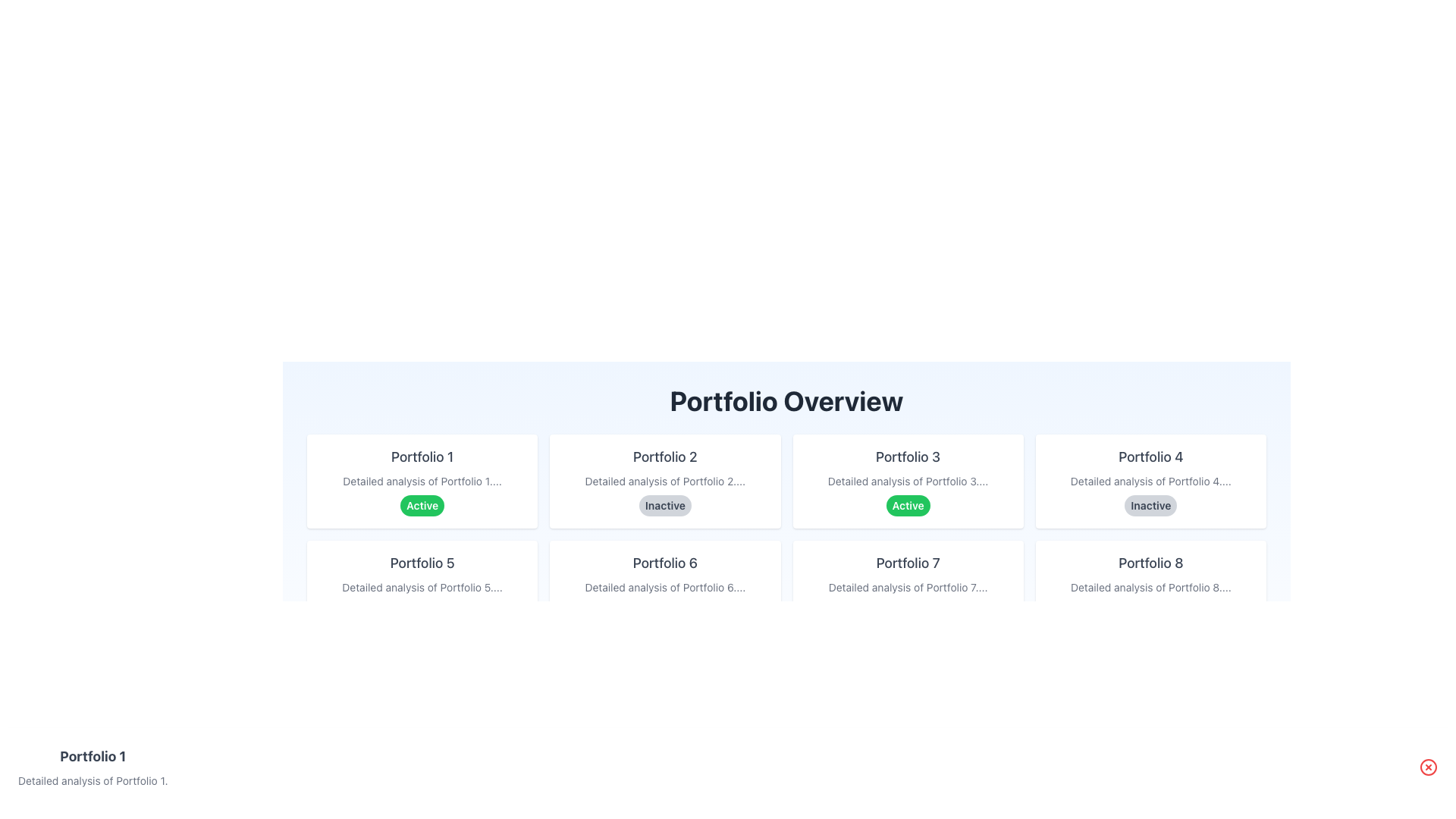 This screenshot has width=1456, height=819. What do you see at coordinates (665, 506) in the screenshot?
I see `the static label that indicates the status of 'Portfolio 2', which displays 'Inactive' and is located at the bottom of the corresponding card in the grid layout` at bounding box center [665, 506].